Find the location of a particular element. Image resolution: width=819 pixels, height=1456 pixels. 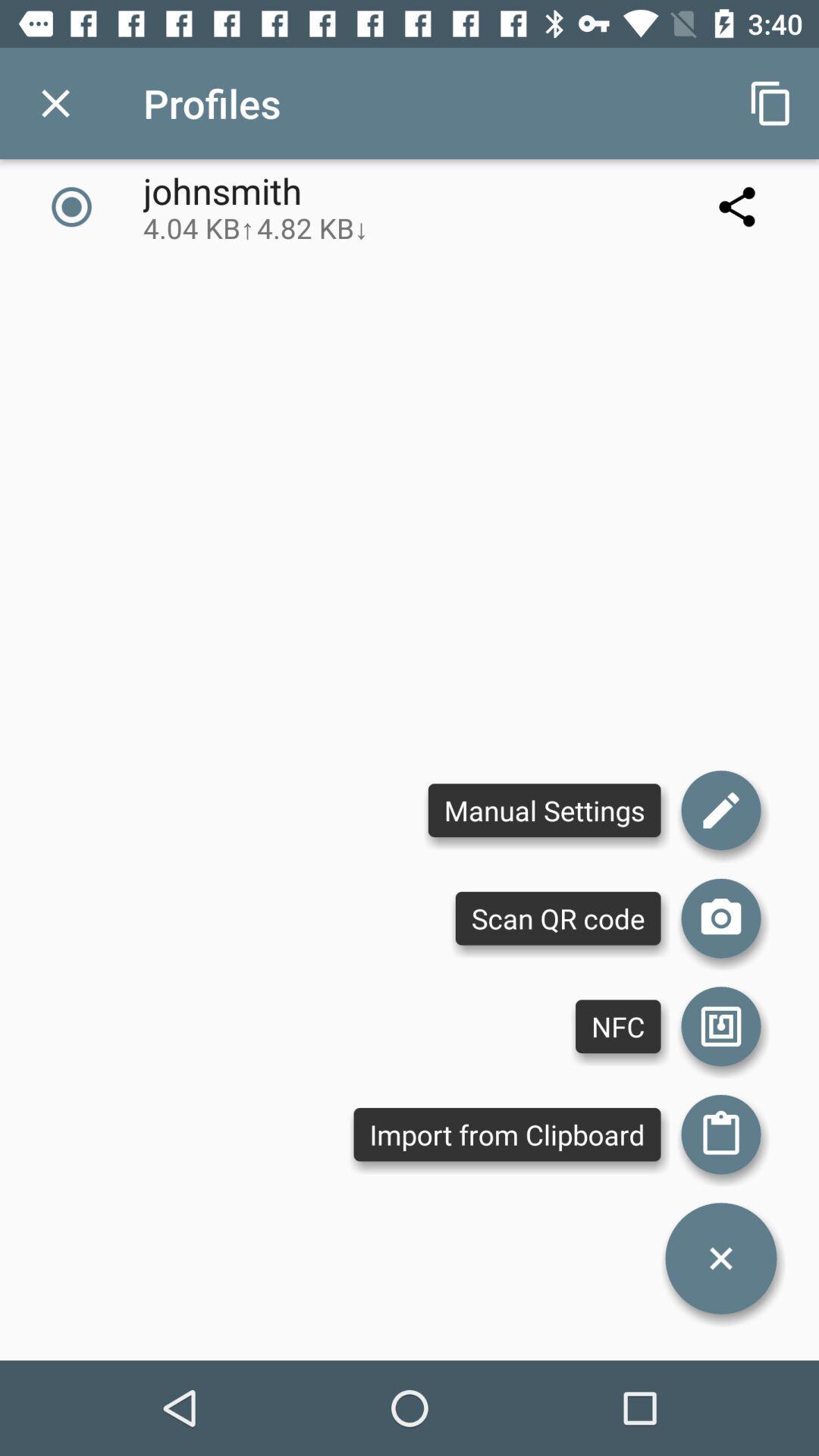

the edit icon is located at coordinates (720, 809).